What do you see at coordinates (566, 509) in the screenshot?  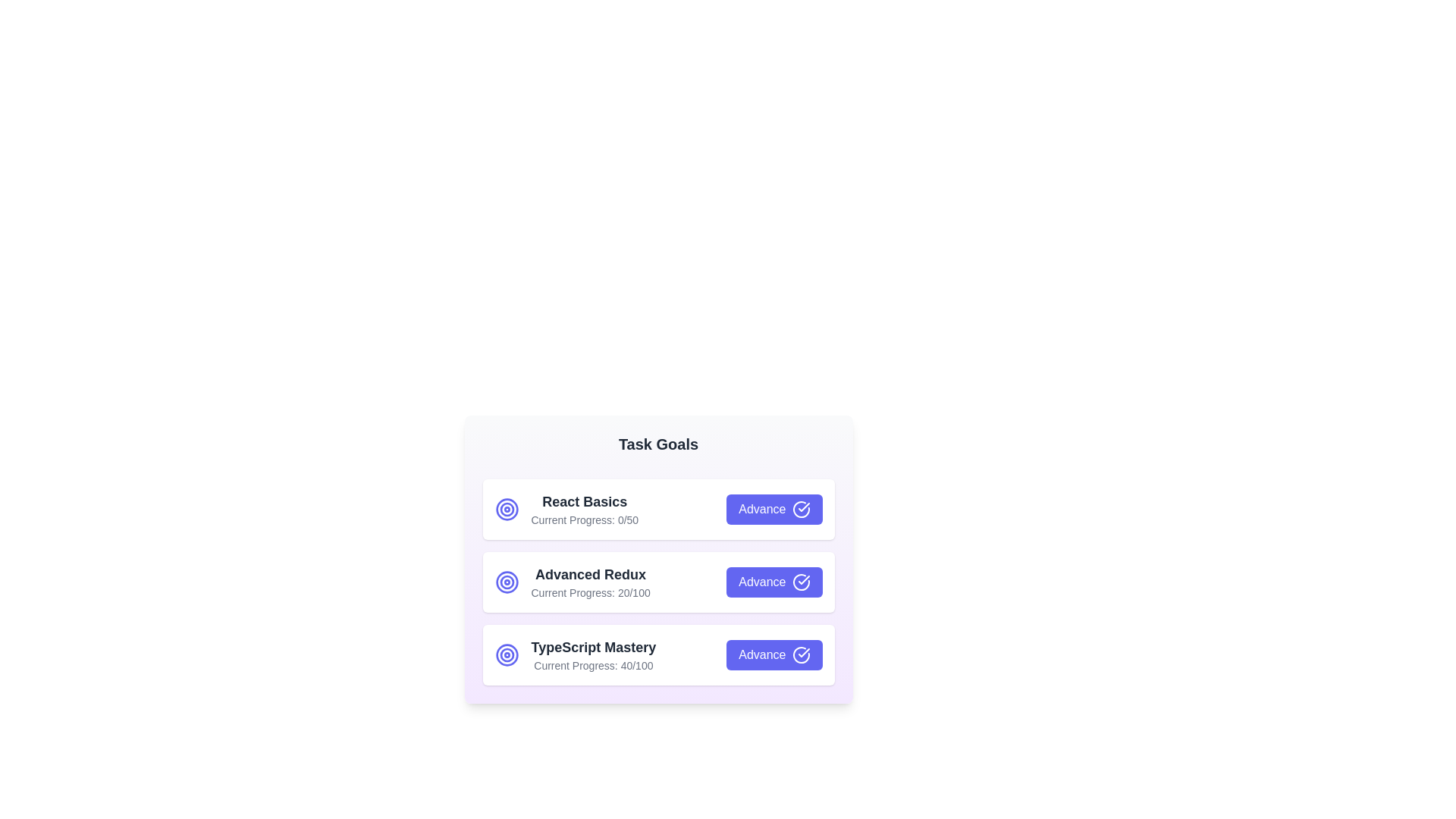 I see `the progress information of the React Basics course by clicking on the first List Item with Icon and Text in the Task Goals box` at bounding box center [566, 509].